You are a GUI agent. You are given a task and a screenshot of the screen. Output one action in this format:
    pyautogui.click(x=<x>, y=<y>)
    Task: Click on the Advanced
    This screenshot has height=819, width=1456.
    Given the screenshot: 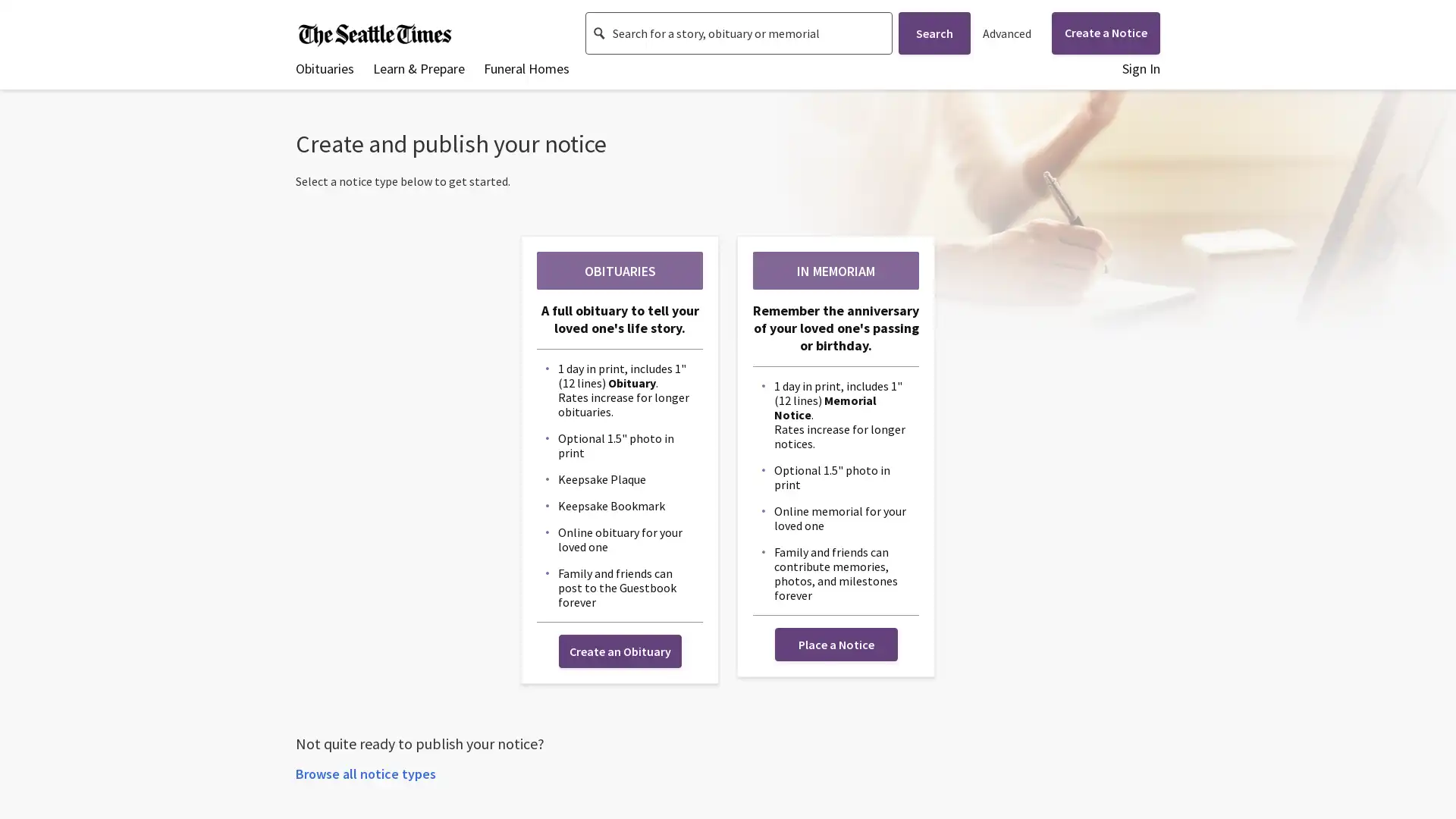 What is the action you would take?
    pyautogui.click(x=1006, y=33)
    